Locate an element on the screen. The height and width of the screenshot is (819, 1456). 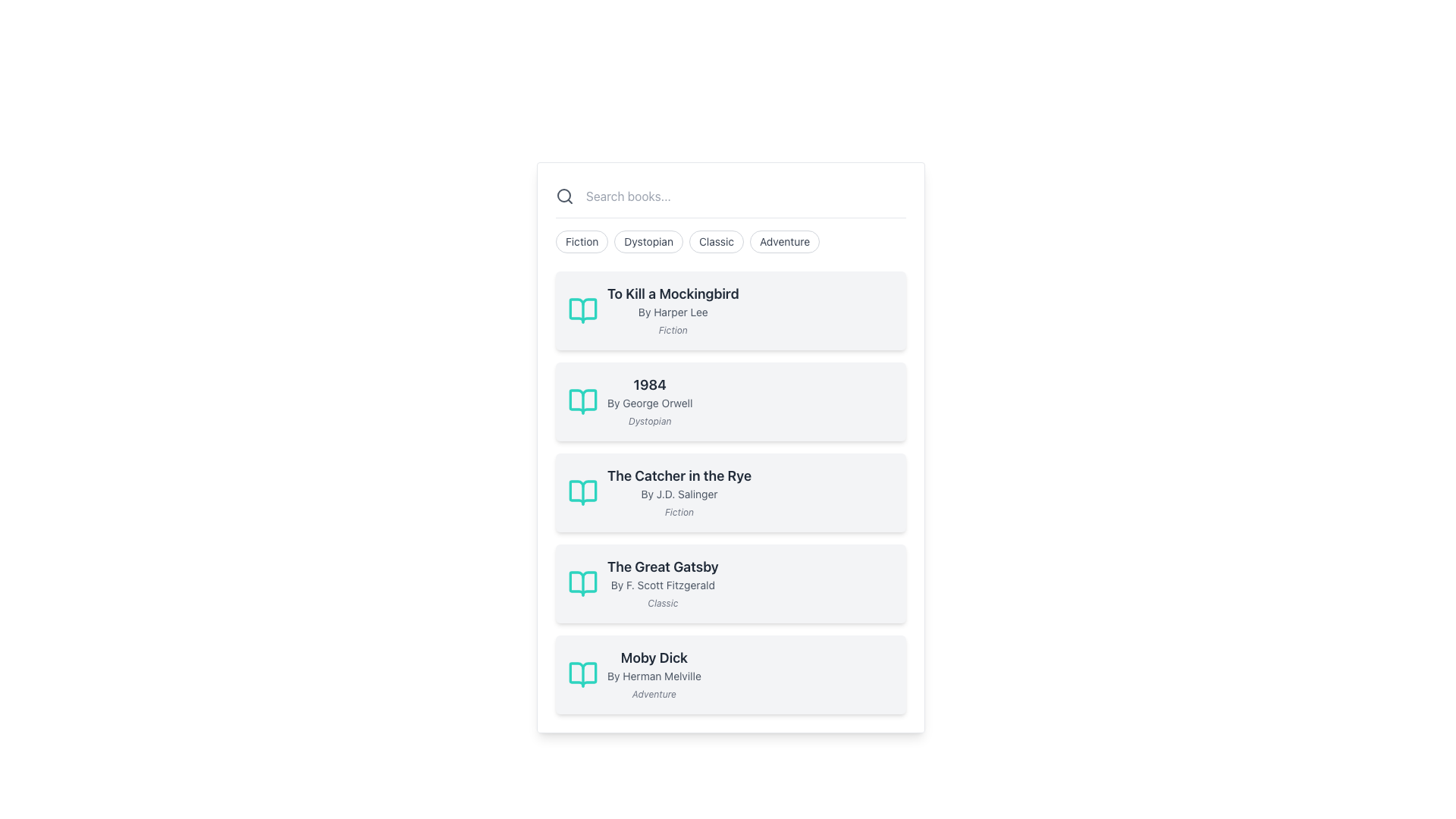
the text label displaying the author's name for the book 'To Kill a Mockingbird', located beneath the title and above the genre classification 'Fiction' is located at coordinates (672, 312).